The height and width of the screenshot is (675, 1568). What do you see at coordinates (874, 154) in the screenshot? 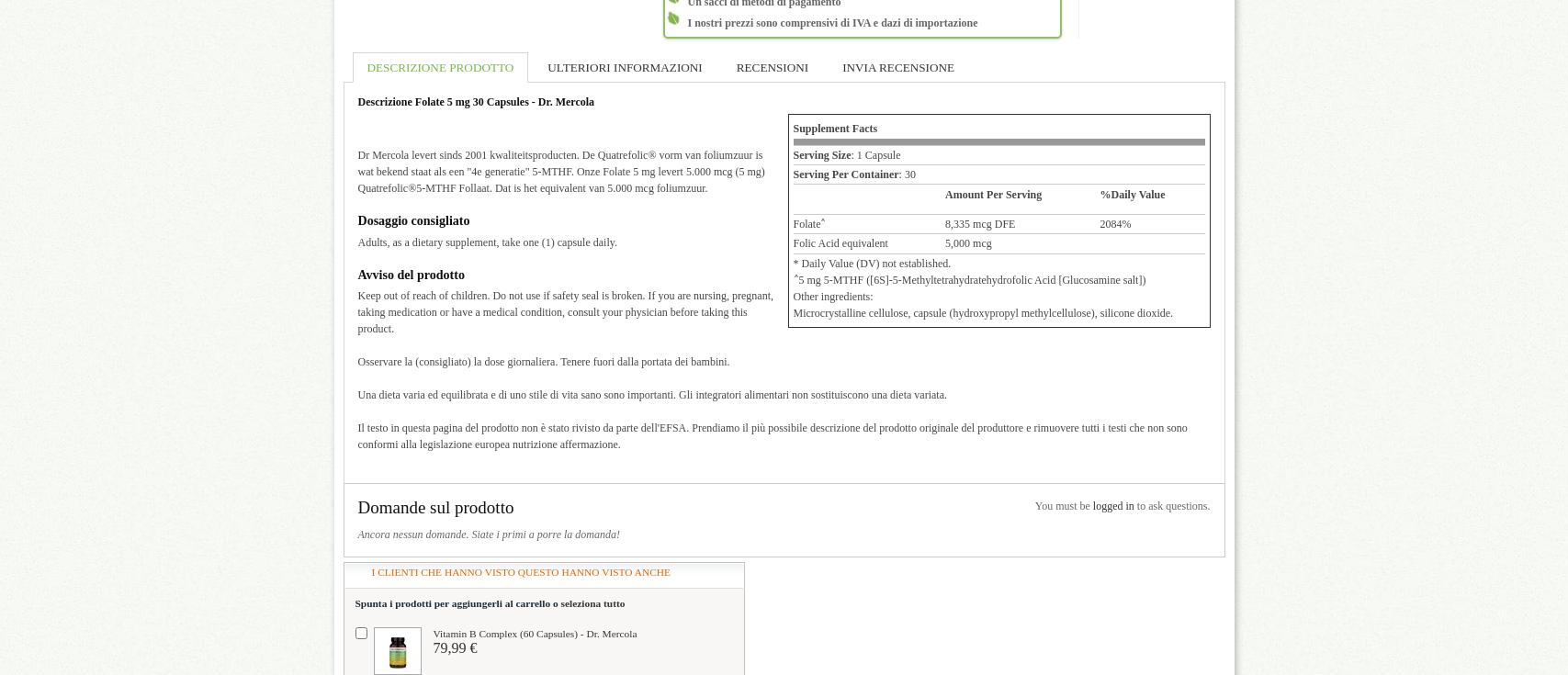
I see `': 1 Capsule'` at bounding box center [874, 154].